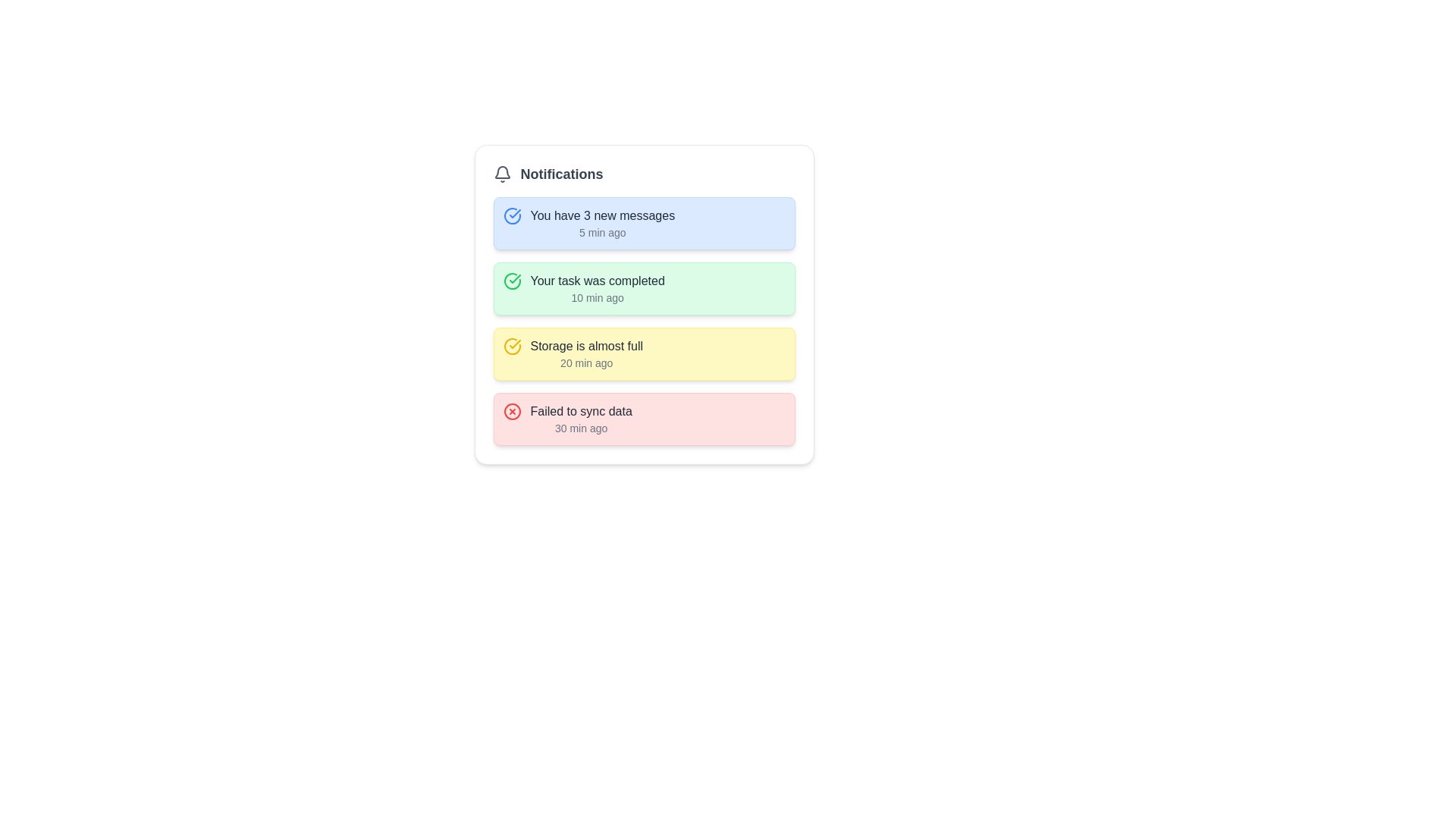 The height and width of the screenshot is (819, 1456). What do you see at coordinates (580, 419) in the screenshot?
I see `the alert by clicking on the notification message titled 'Failed to sync data', which is styled with a bold font and is placed within a red, rounded rectangle` at bounding box center [580, 419].